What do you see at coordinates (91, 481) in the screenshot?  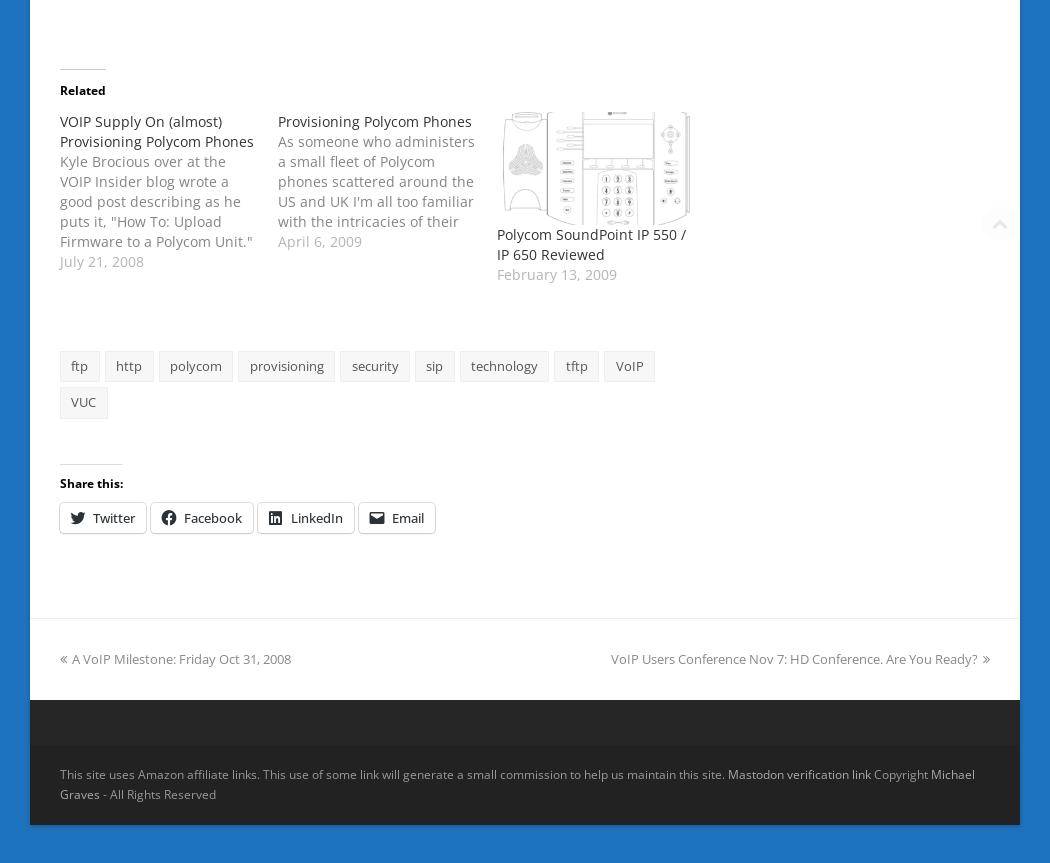 I see `'Share this:'` at bounding box center [91, 481].